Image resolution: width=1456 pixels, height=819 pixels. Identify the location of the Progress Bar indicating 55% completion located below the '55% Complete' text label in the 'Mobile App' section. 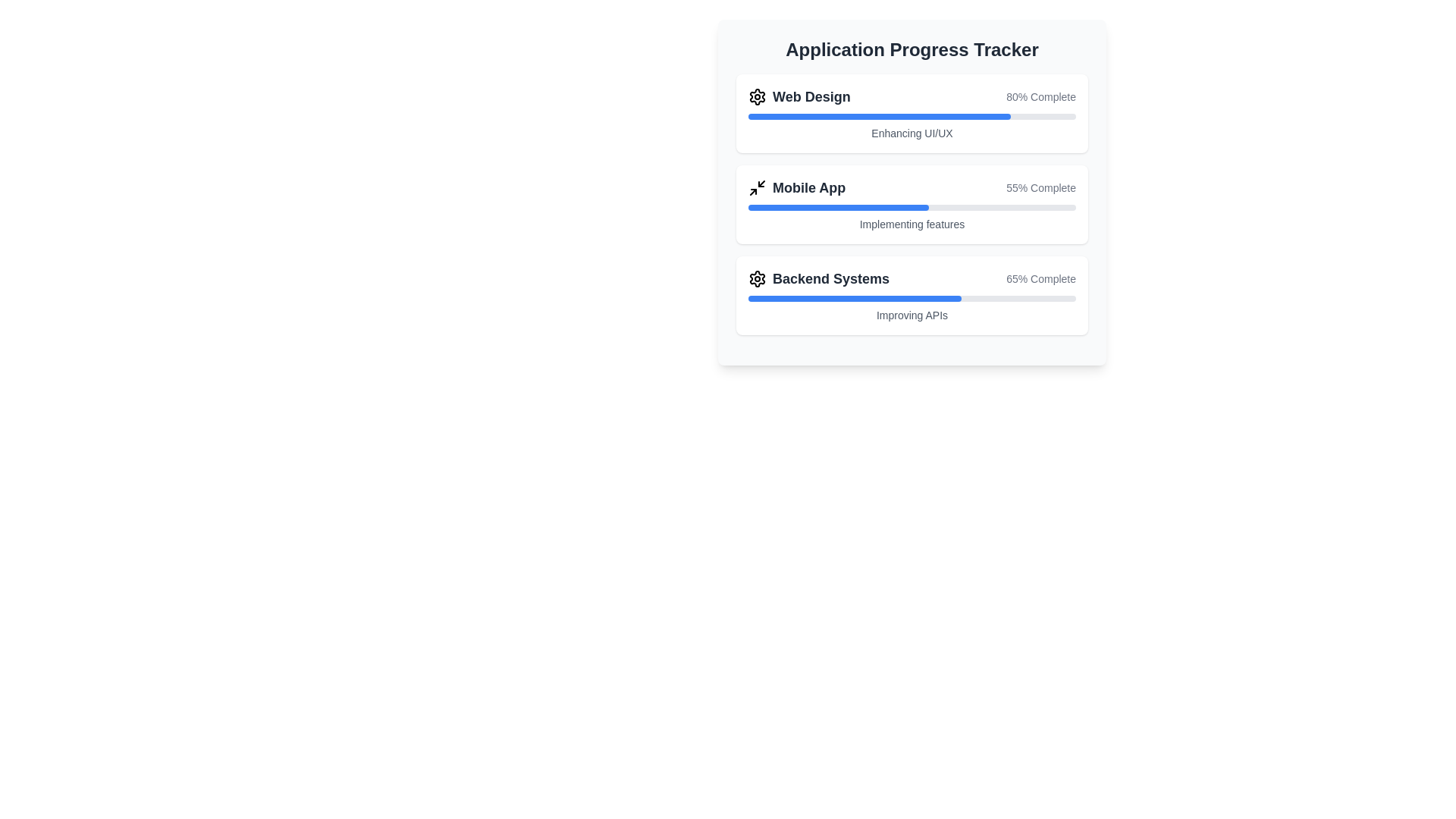
(912, 207).